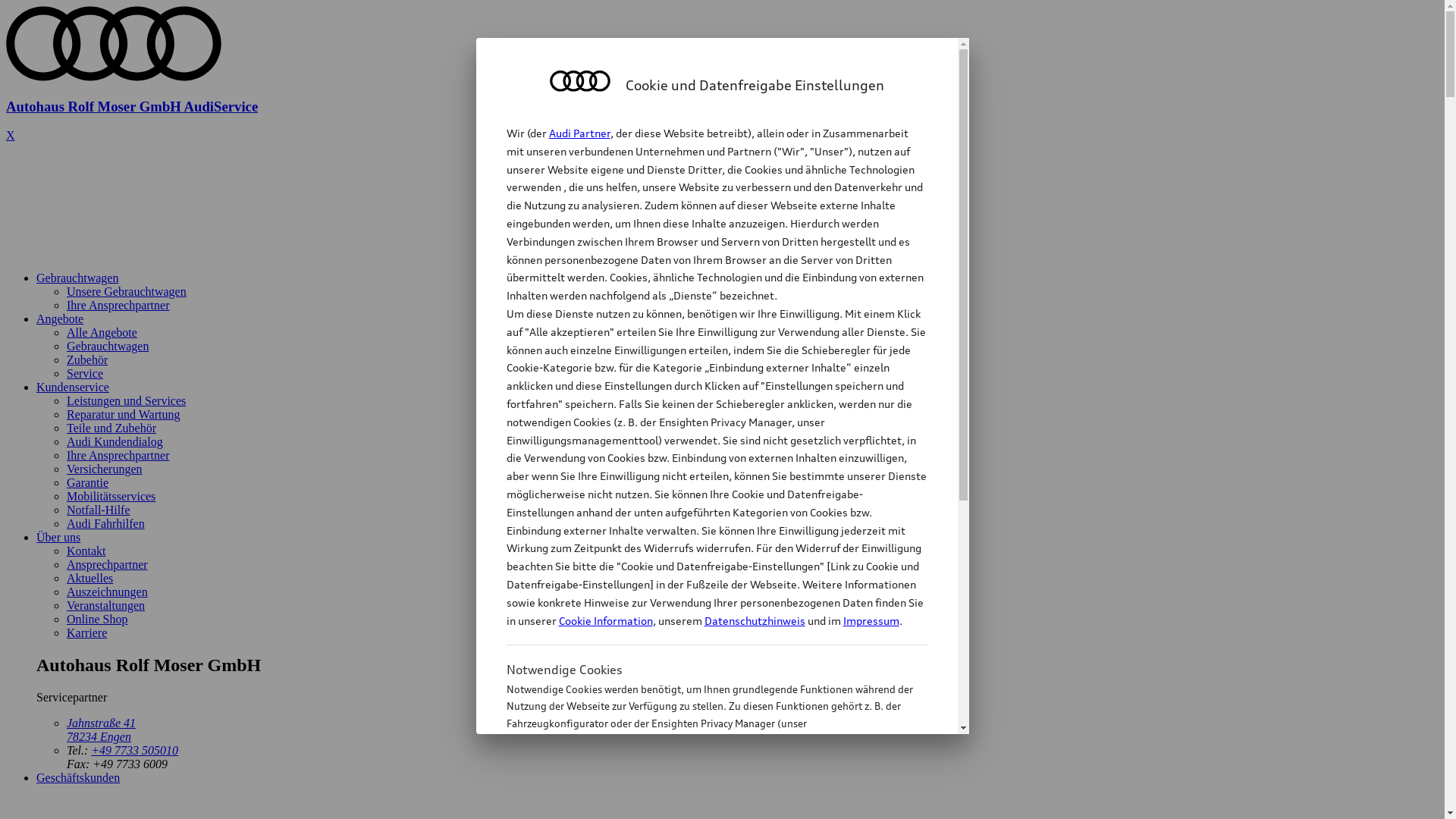 Image resolution: width=1456 pixels, height=819 pixels. I want to click on 'Garantie', so click(86, 482).